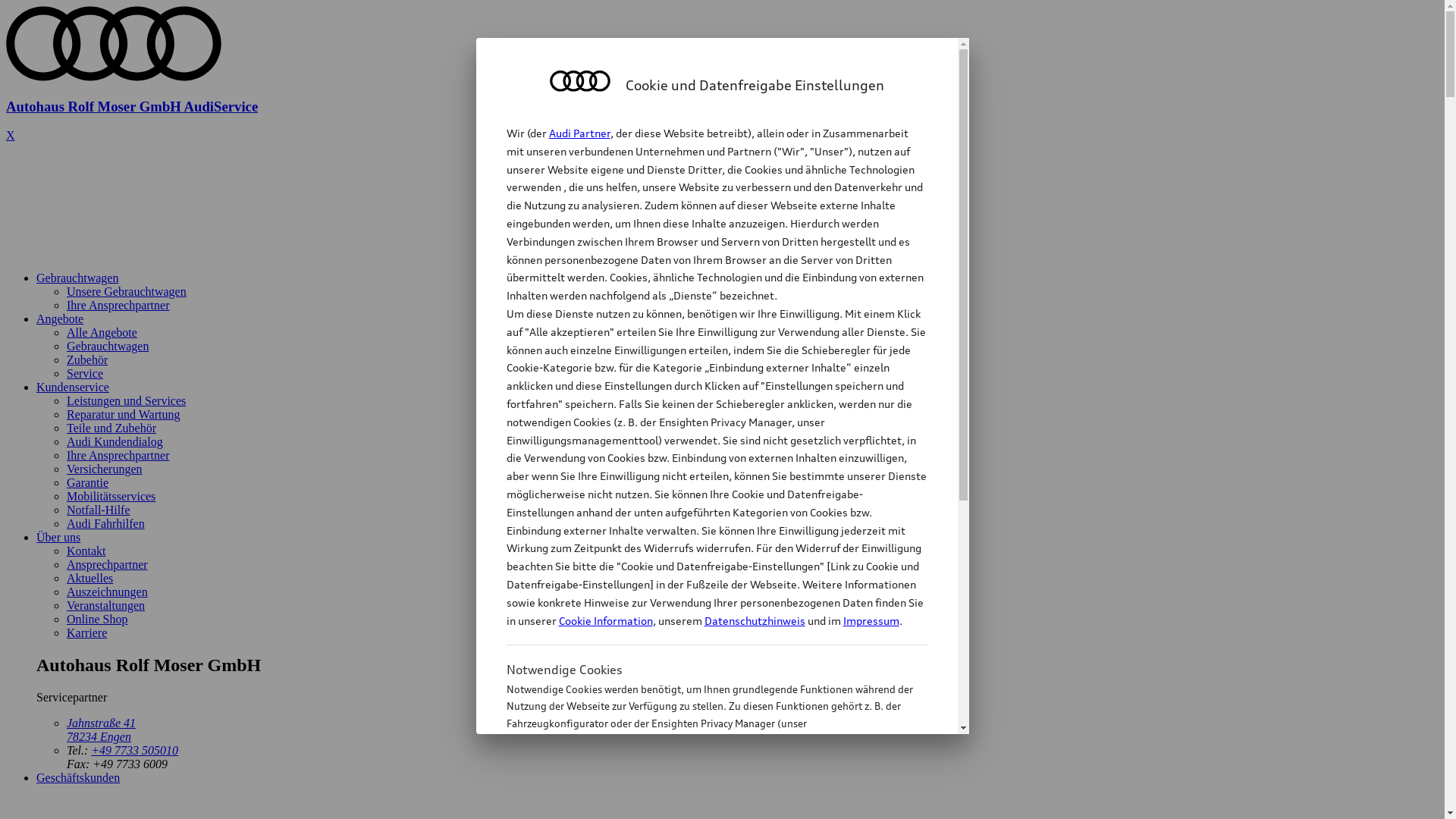 Image resolution: width=1456 pixels, height=819 pixels. I want to click on 'Garantie', so click(86, 482).